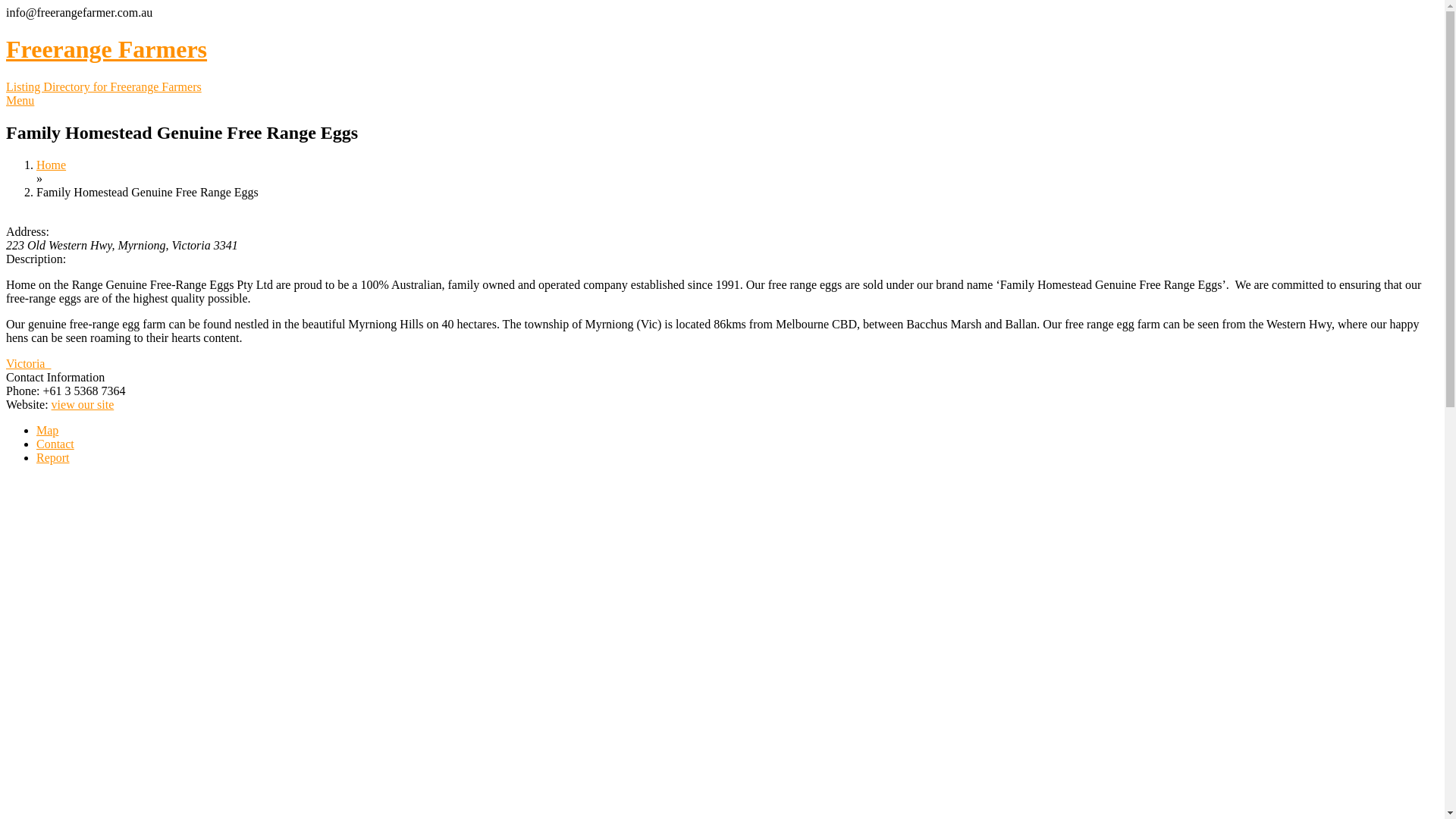  I want to click on 'Contact', so click(55, 444).